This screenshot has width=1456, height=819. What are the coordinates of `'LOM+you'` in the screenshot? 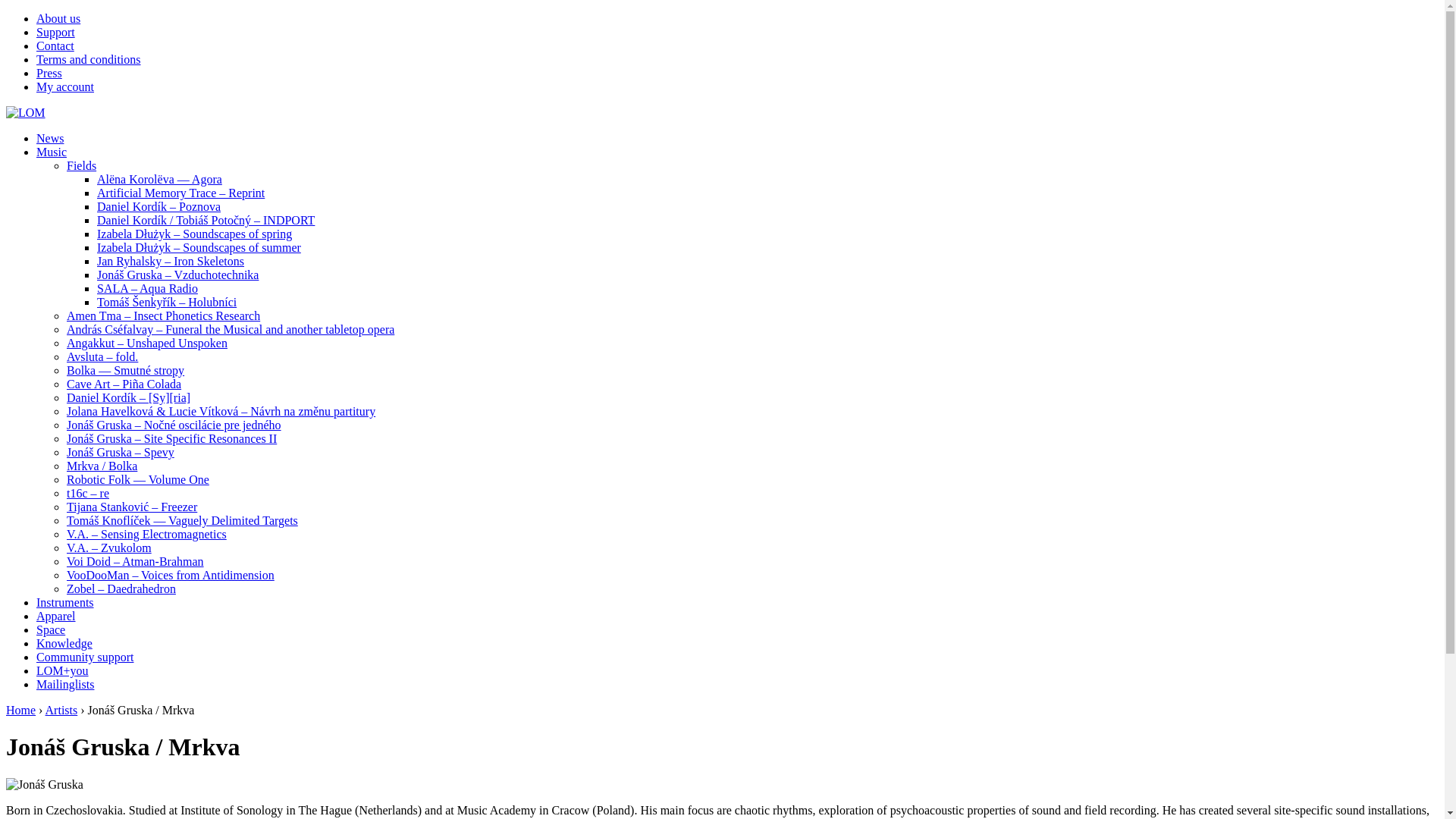 It's located at (36, 670).